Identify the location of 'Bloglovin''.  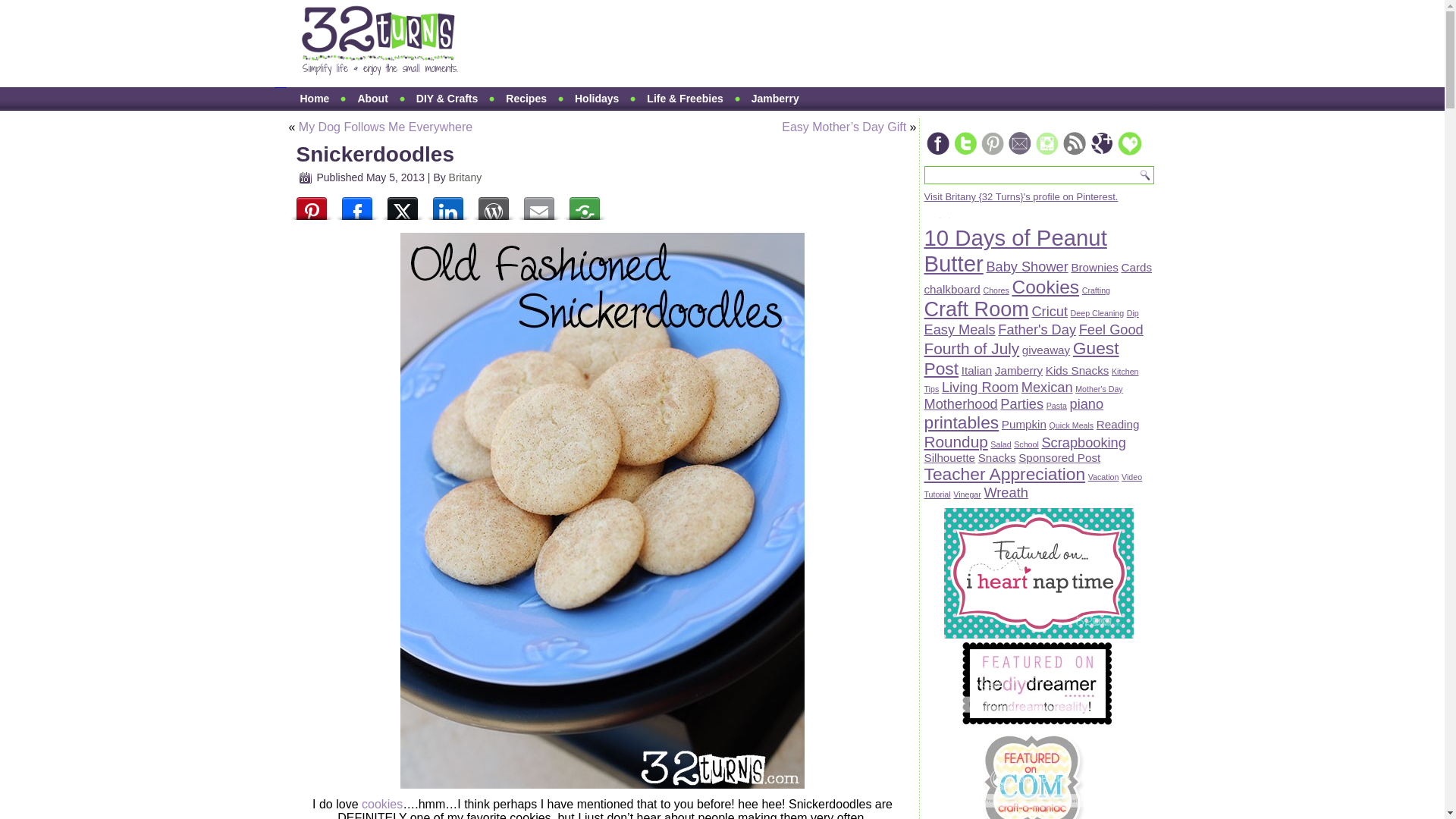
(1114, 153).